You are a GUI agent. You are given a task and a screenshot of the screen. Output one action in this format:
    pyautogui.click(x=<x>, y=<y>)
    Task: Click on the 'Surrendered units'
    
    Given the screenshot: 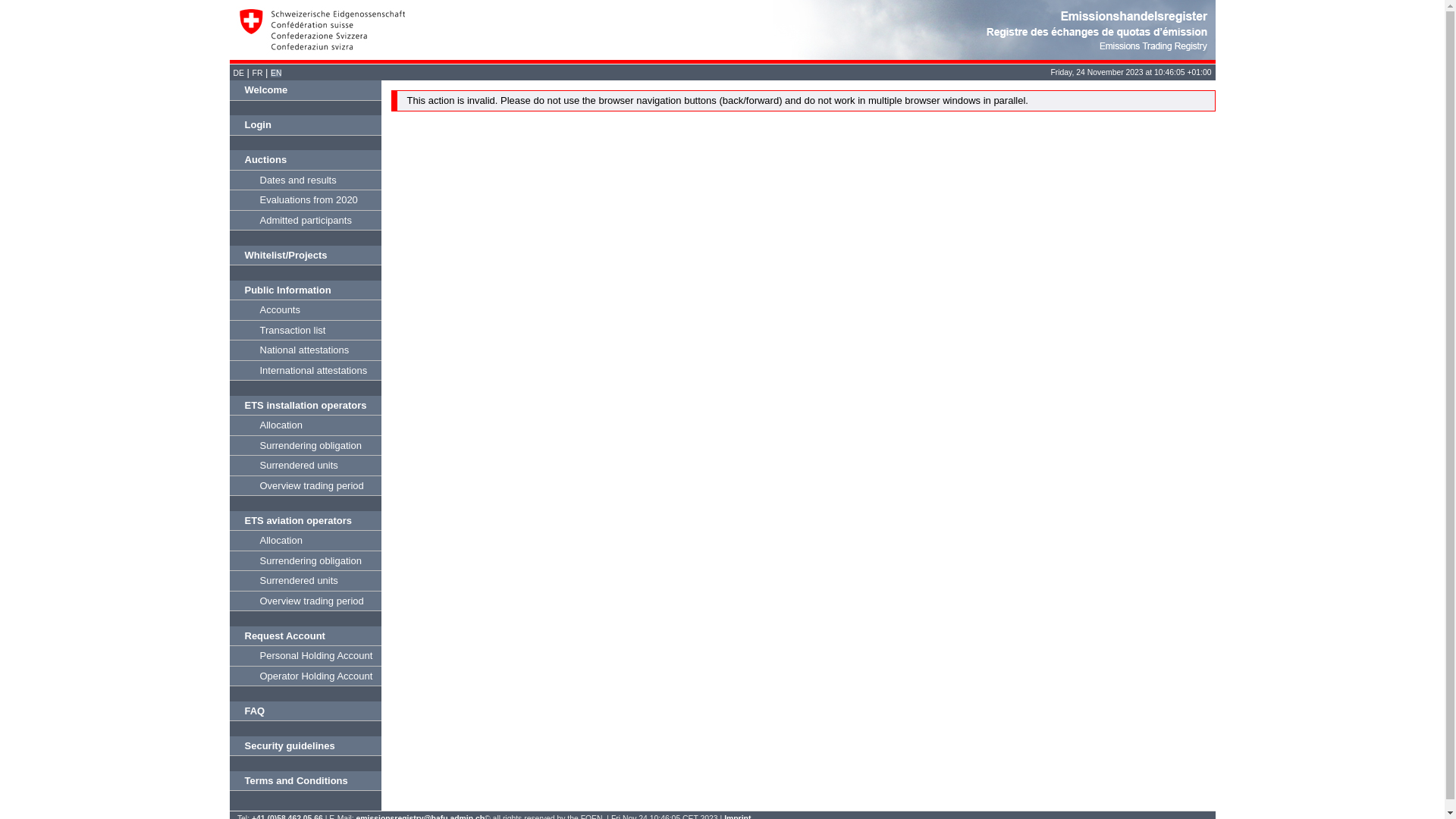 What is the action you would take?
    pyautogui.click(x=304, y=580)
    